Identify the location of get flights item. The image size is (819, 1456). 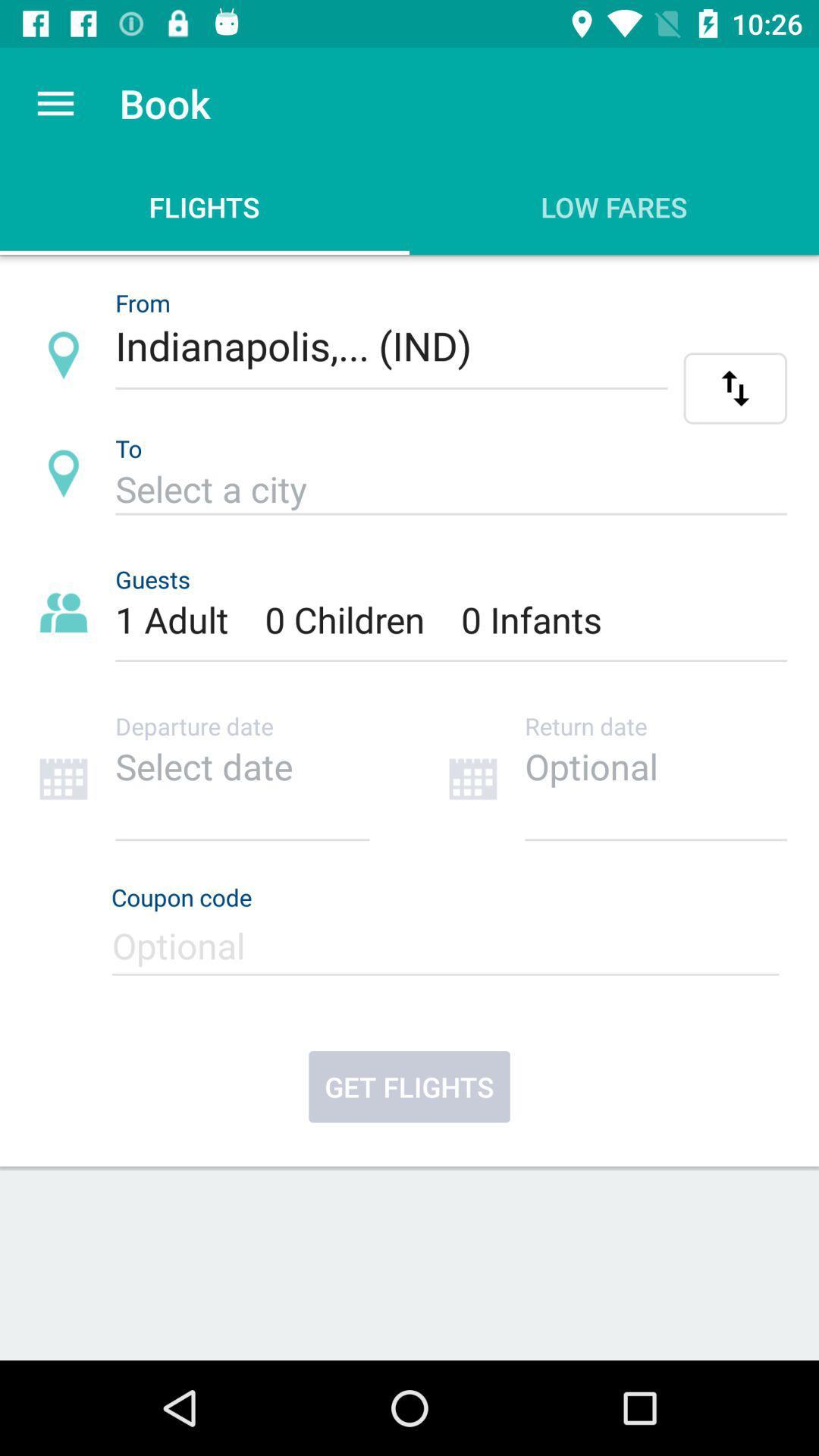
(409, 1086).